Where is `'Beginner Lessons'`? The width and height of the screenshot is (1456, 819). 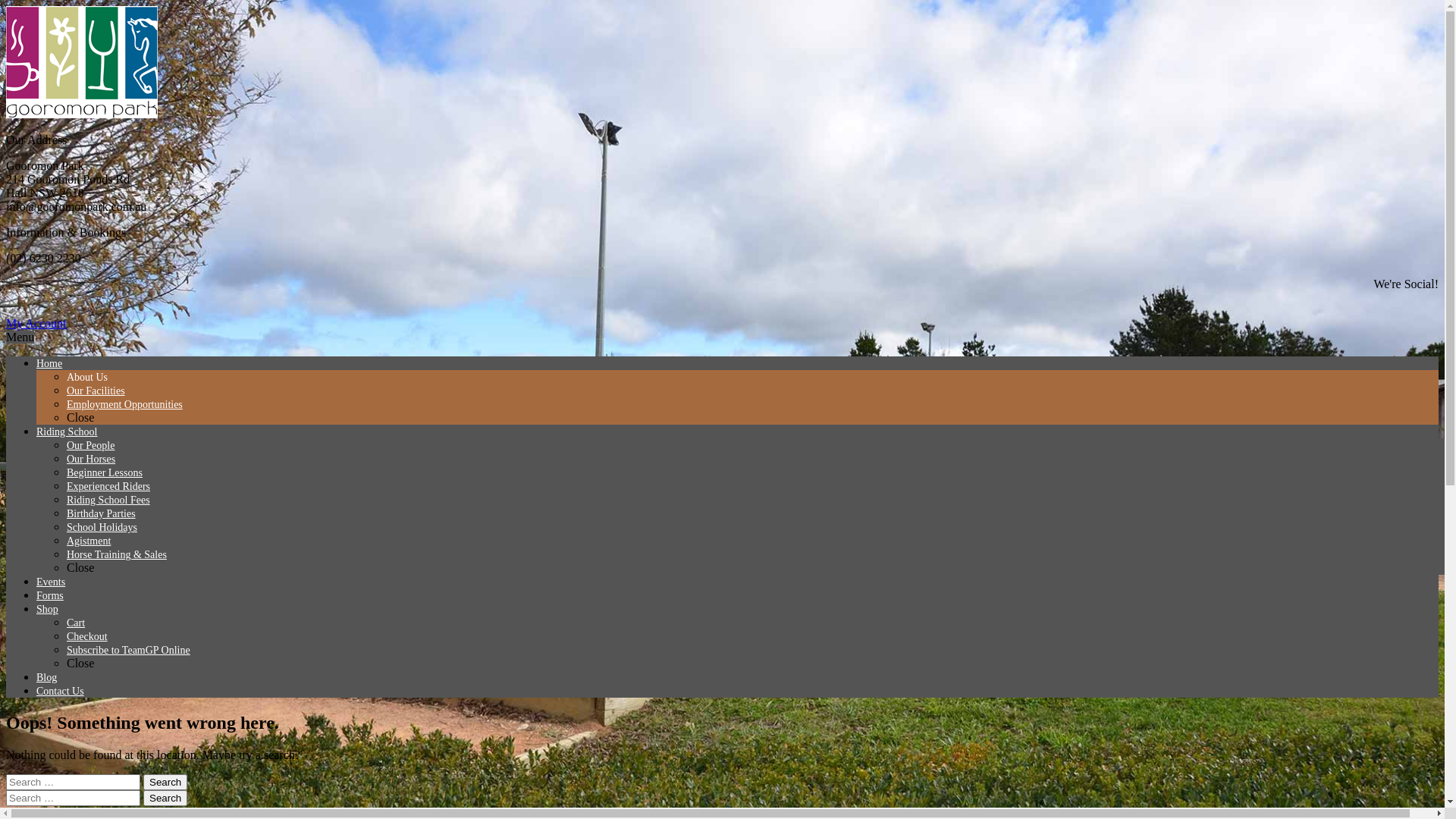
'Beginner Lessons' is located at coordinates (104, 472).